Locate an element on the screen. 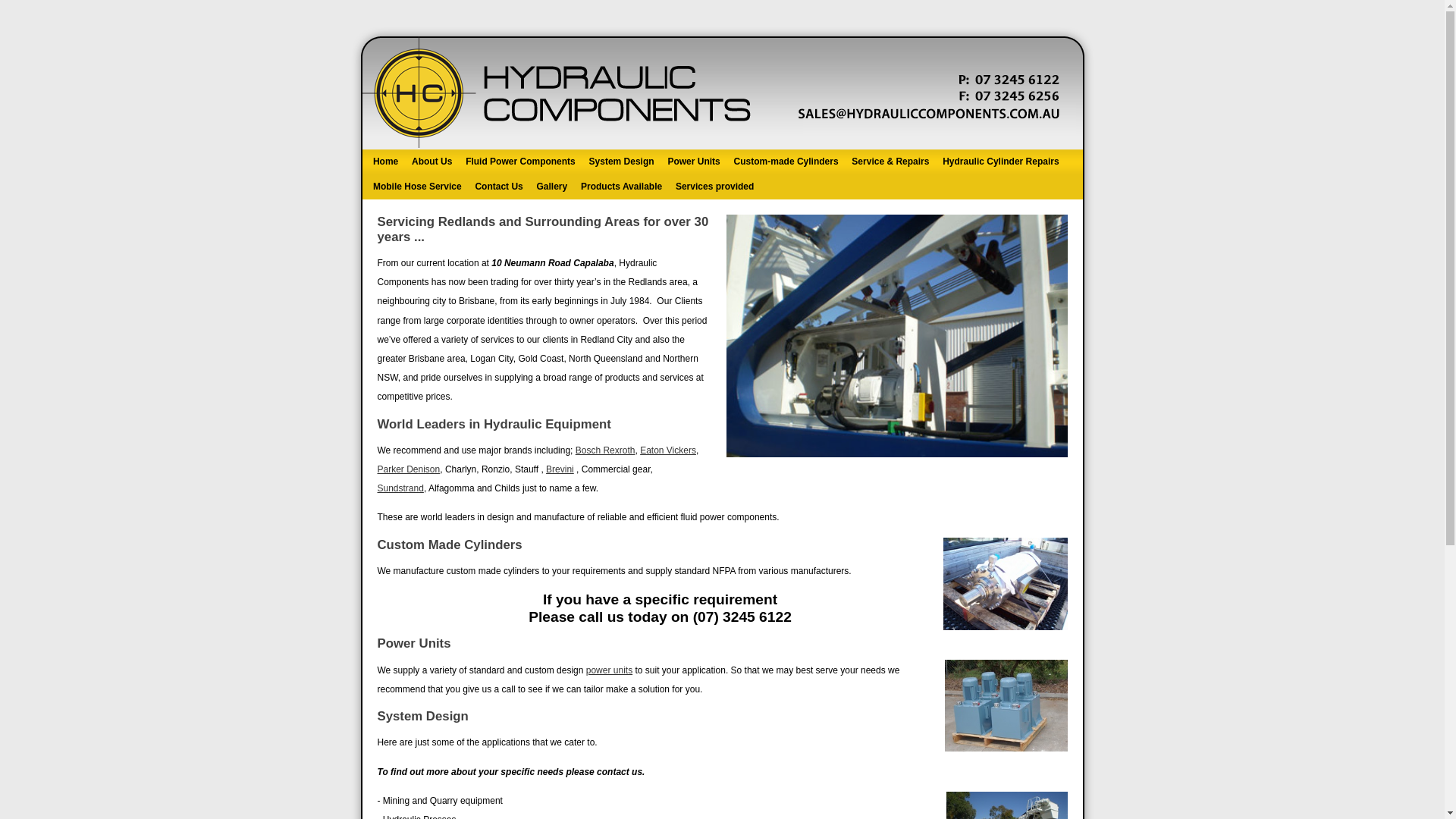  'Fluid Power Components' is located at coordinates (520, 162).